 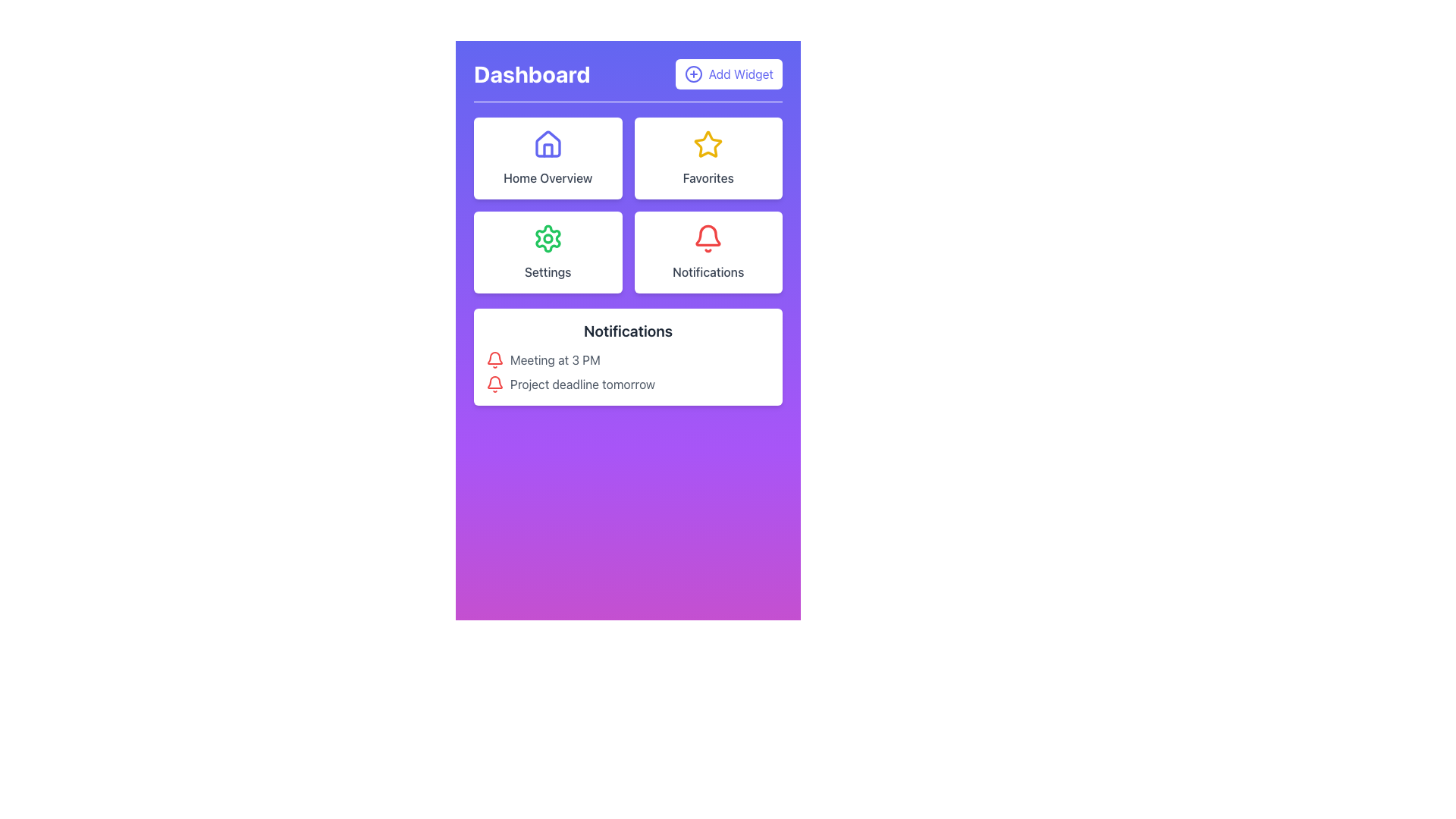 What do you see at coordinates (547, 239) in the screenshot?
I see `the green settings gear icon located in the second row and first column of the grid layout` at bounding box center [547, 239].